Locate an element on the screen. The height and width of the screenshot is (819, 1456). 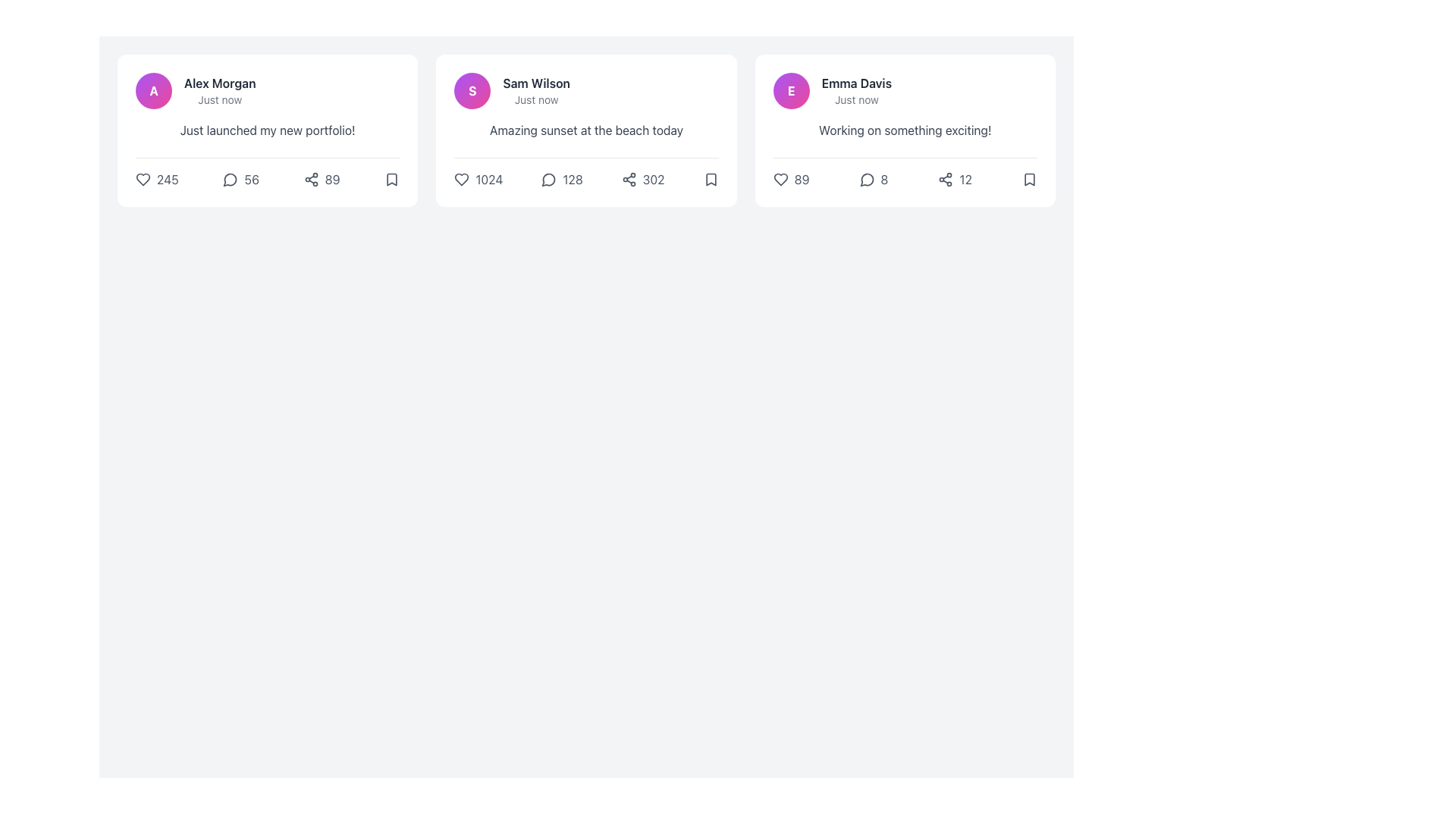
the heart-shaped icon located in the bottom-left part of the content card to like the post is located at coordinates (143, 178).